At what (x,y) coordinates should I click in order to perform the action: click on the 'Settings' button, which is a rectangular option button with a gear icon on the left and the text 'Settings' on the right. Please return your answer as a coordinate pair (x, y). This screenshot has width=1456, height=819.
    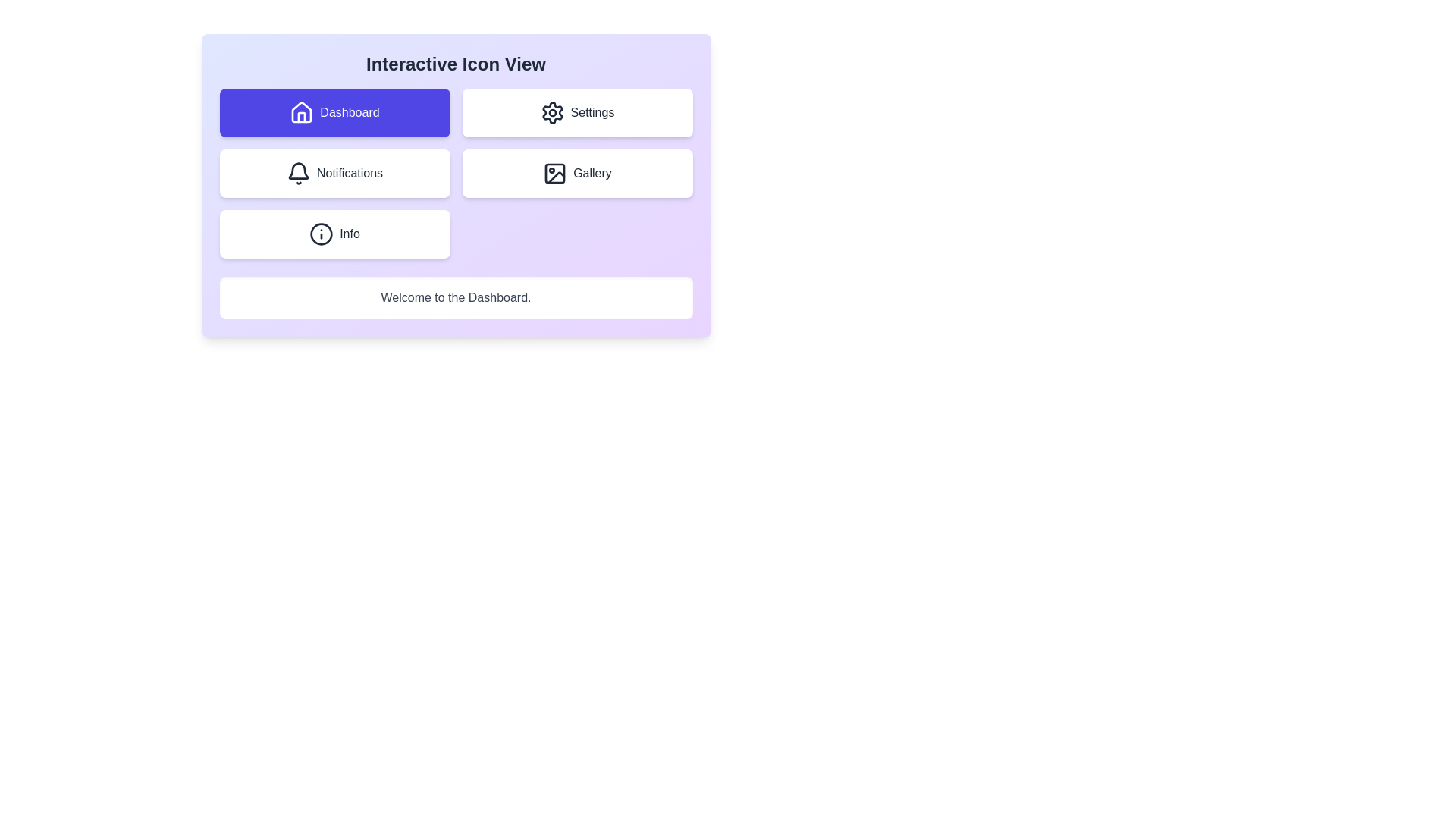
    Looking at the image, I should click on (576, 112).